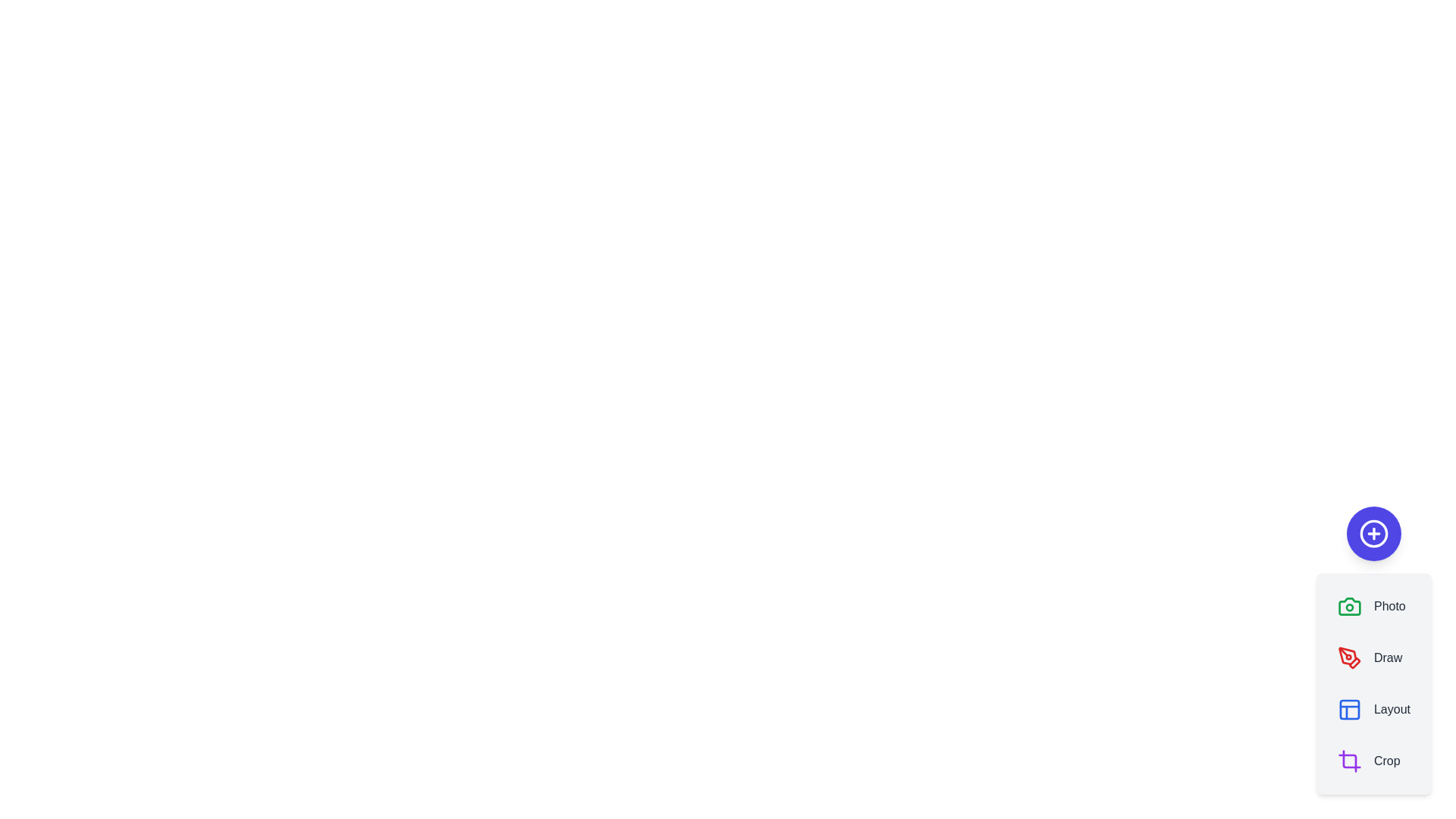  Describe the element at coordinates (378, 378) in the screenshot. I see `the background area outside the component to observe its behavior` at that location.